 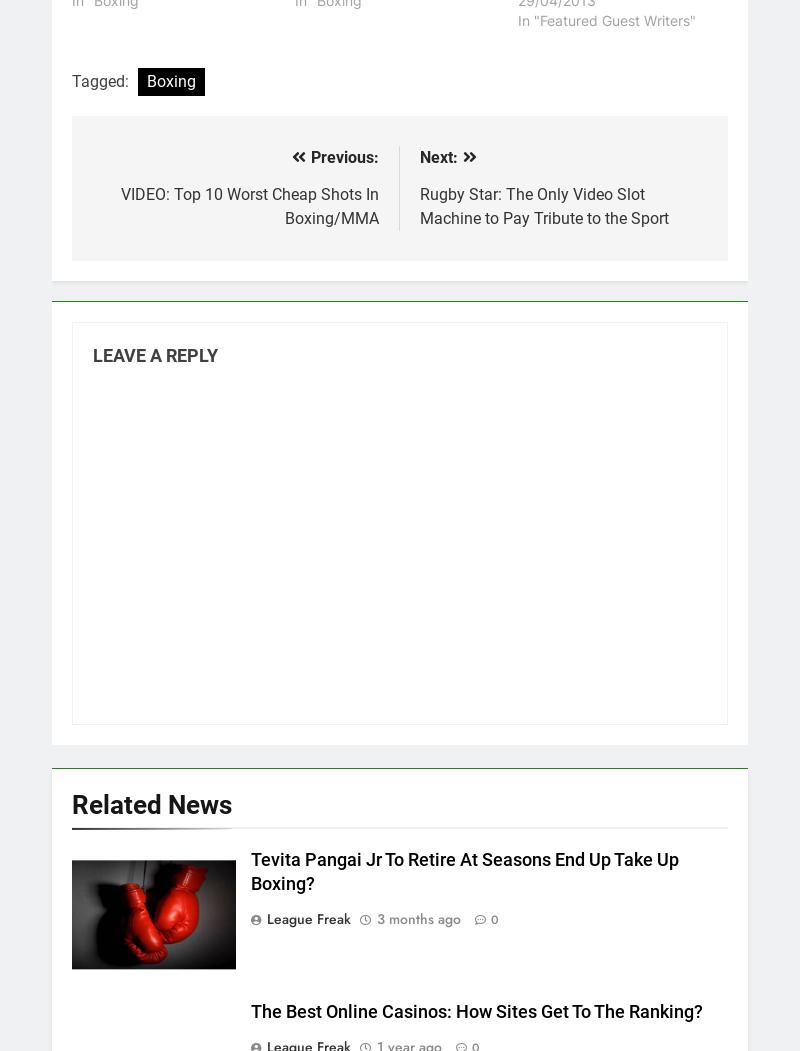 I want to click on 'Watch NRL Games Online In 2022 – Where To Watch NRL Games Online And Streaming', so click(x=580, y=68).